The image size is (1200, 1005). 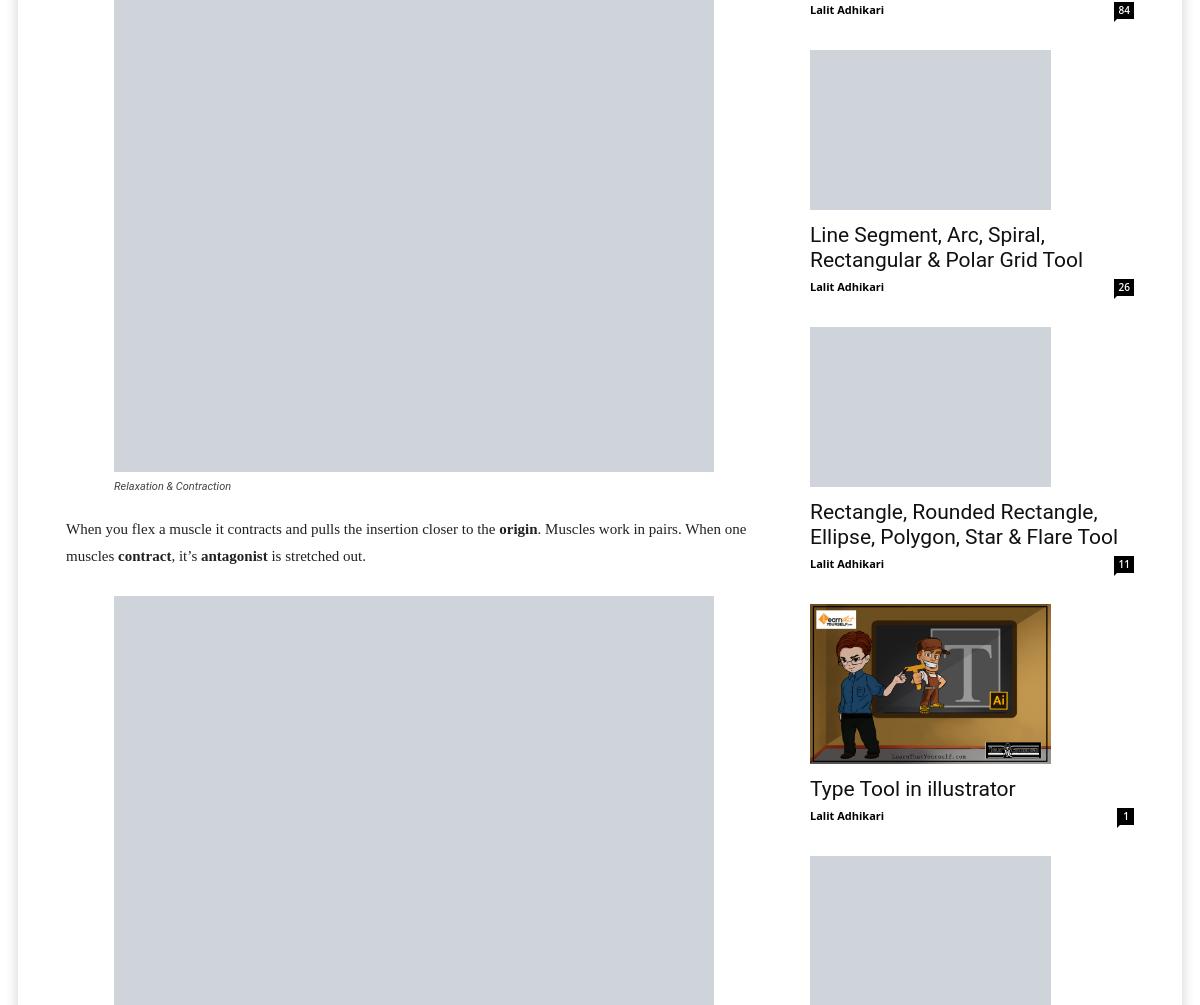 What do you see at coordinates (1123, 562) in the screenshot?
I see `'11'` at bounding box center [1123, 562].